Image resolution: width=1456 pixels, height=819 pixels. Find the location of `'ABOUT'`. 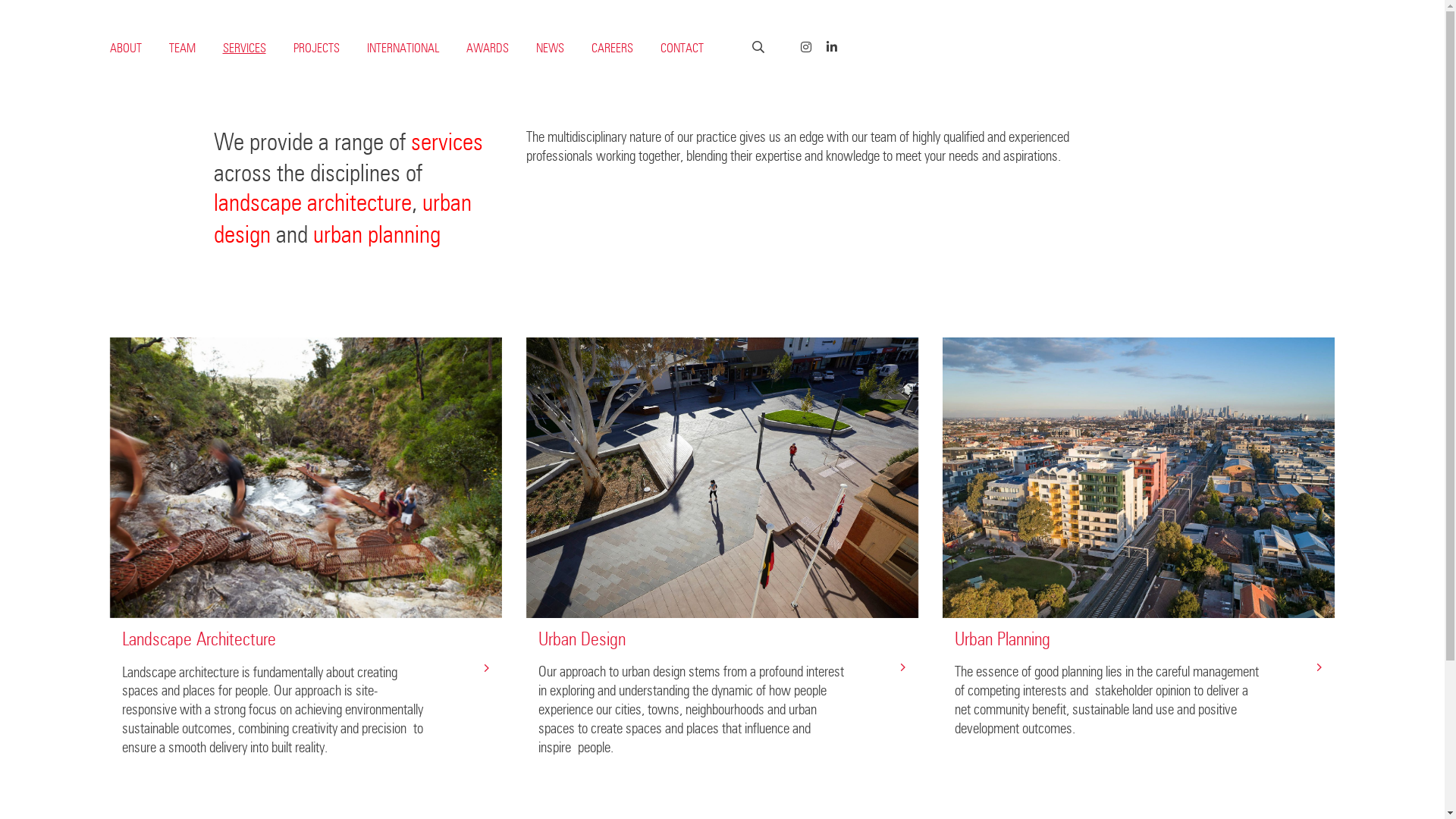

'ABOUT' is located at coordinates (108, 49).